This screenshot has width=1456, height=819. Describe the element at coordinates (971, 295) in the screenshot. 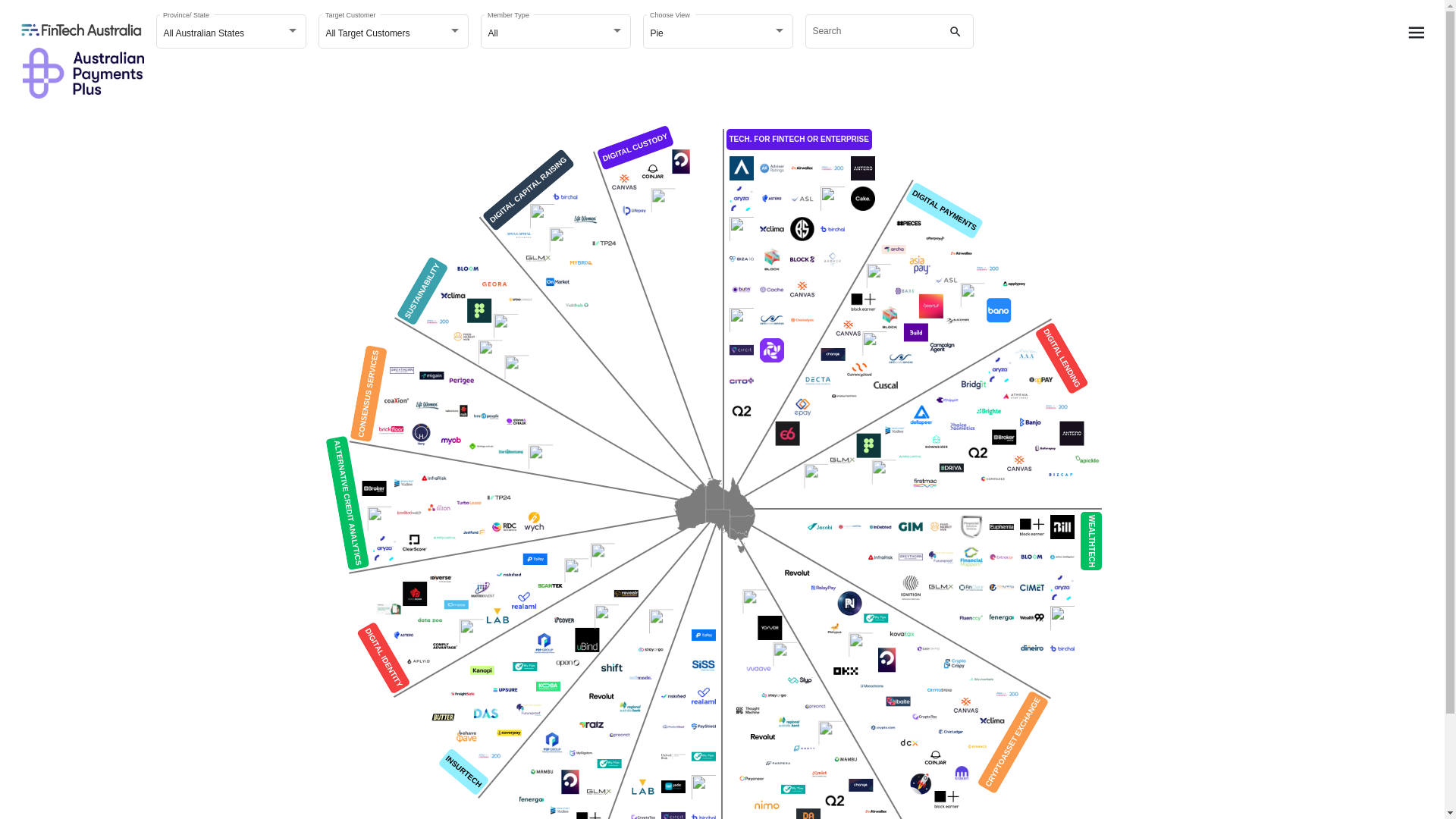

I see `'Azupay Trading Pty Ltd'` at that location.